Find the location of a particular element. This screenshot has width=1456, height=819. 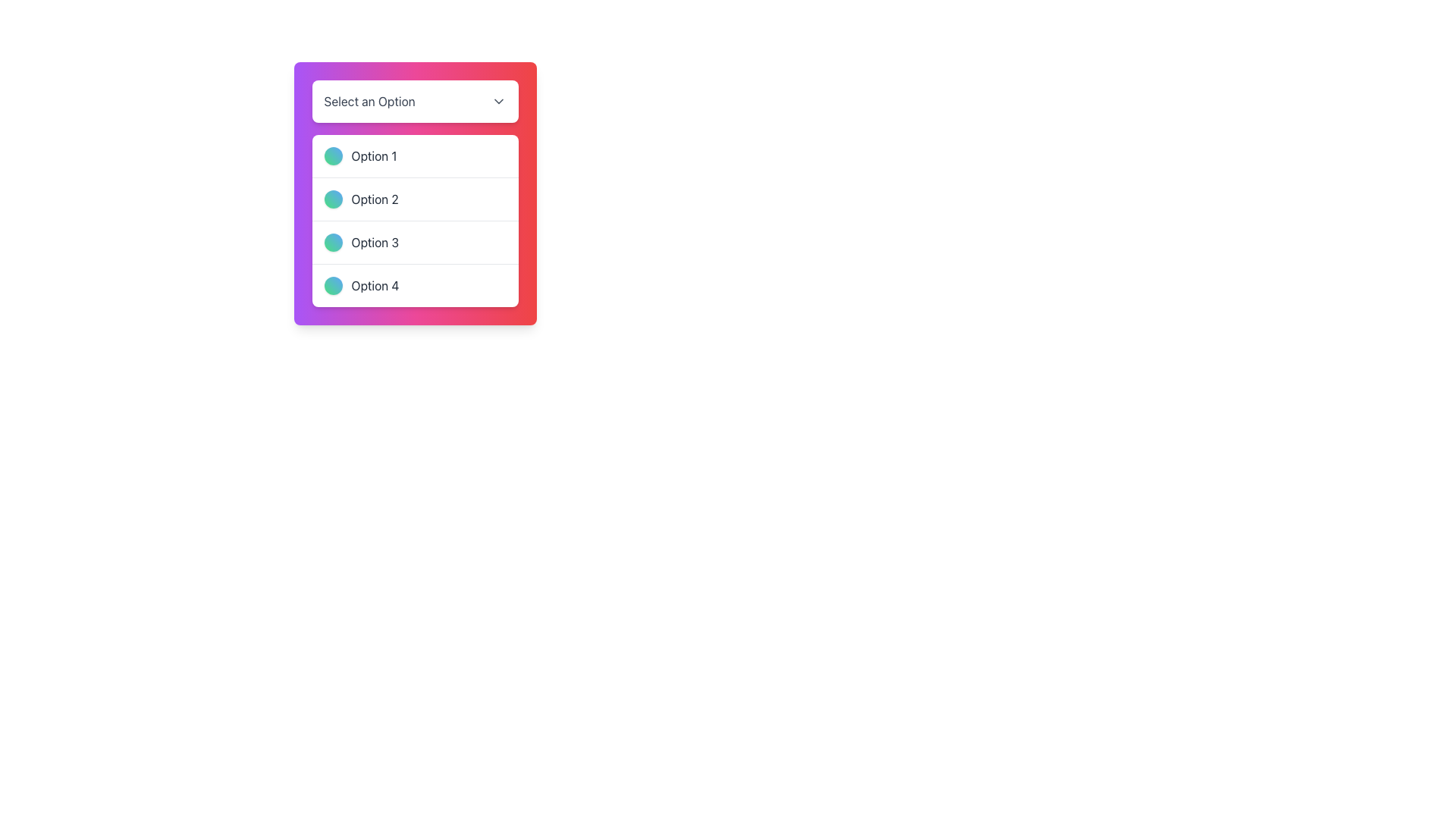

the selectable item 'Option 2' is located at coordinates (415, 221).